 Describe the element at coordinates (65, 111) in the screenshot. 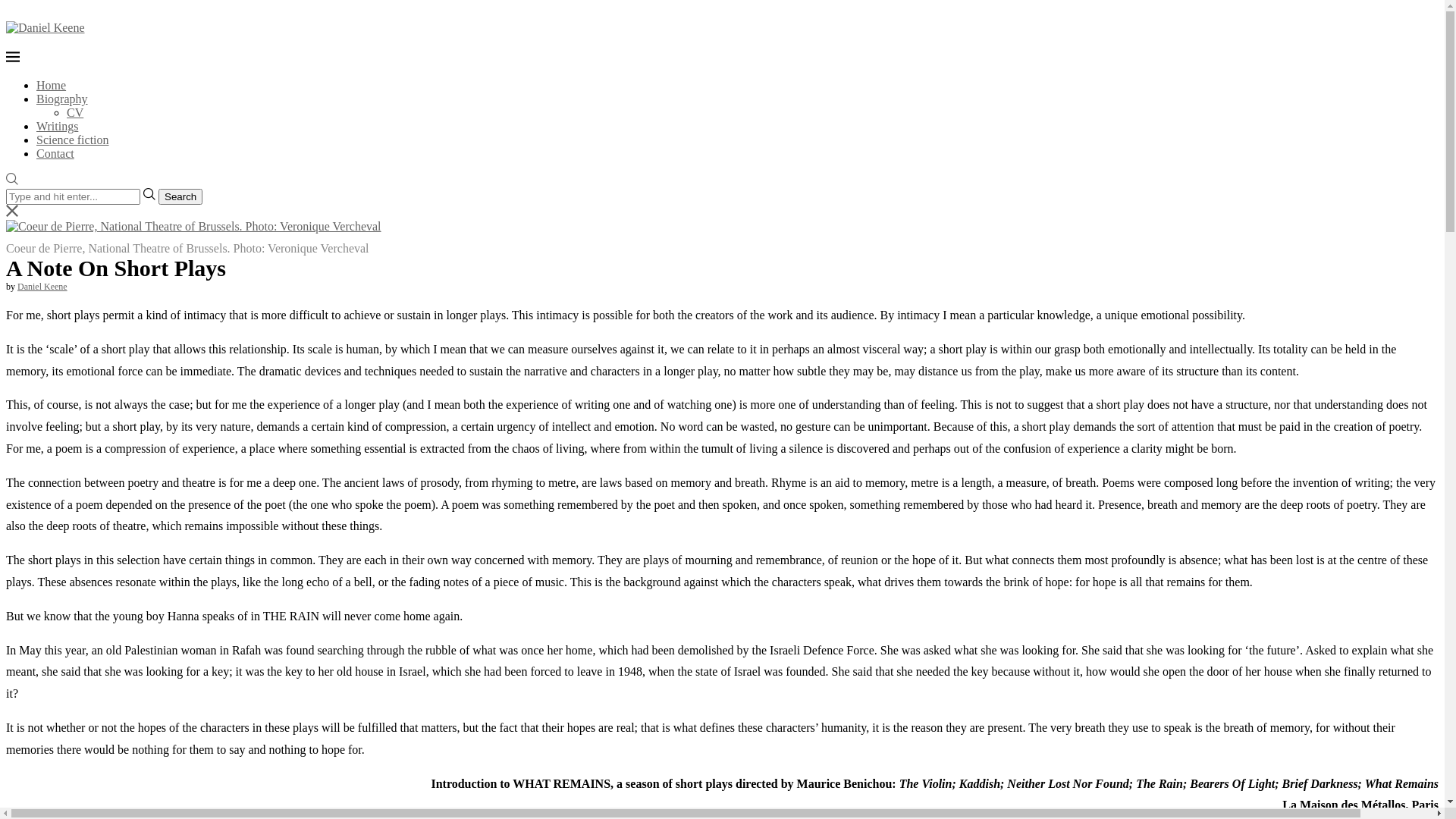

I see `'CV'` at that location.